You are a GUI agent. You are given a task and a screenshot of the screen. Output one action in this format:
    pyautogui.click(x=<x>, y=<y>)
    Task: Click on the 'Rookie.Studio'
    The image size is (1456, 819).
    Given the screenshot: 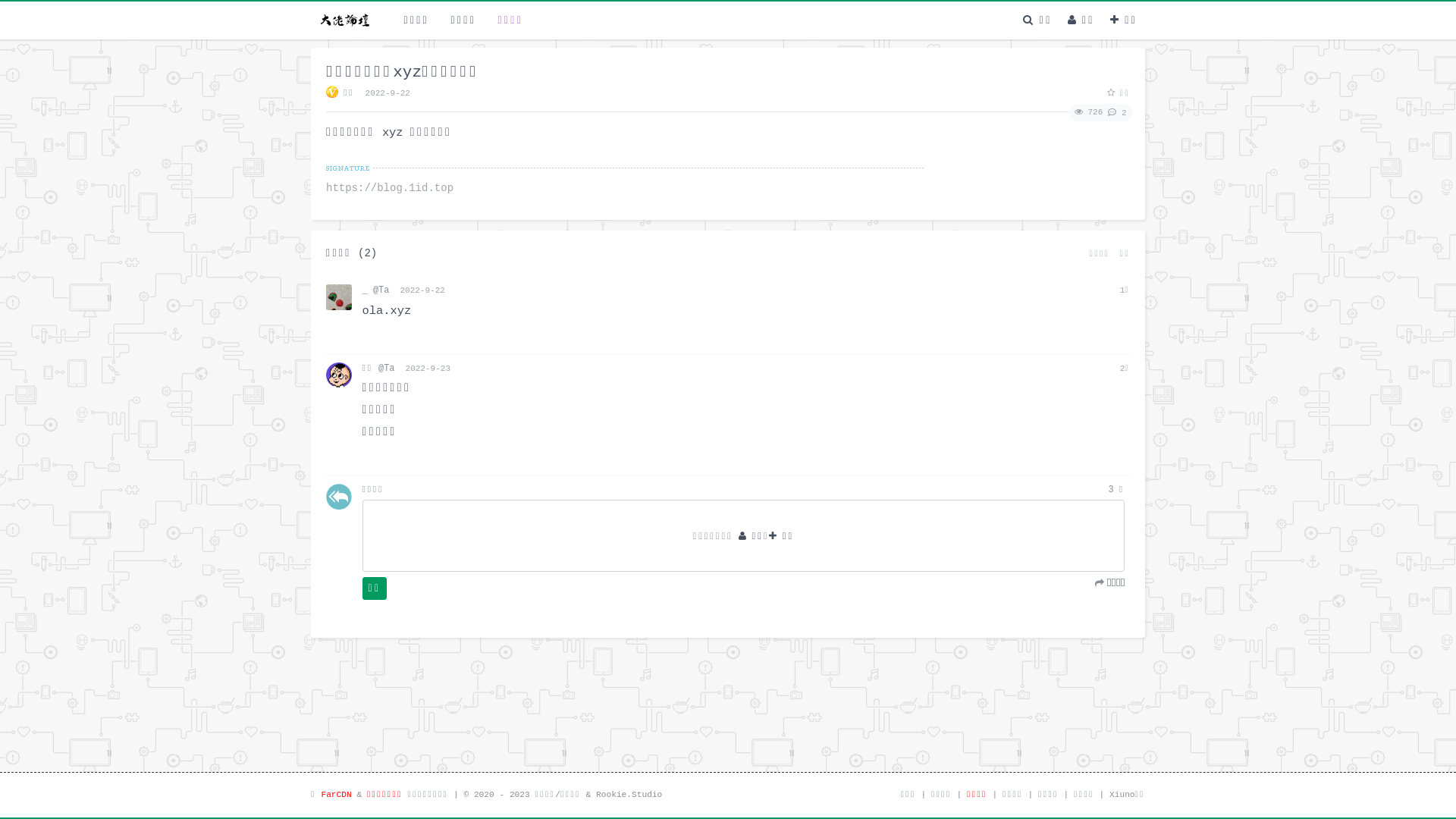 What is the action you would take?
    pyautogui.click(x=595, y=794)
    